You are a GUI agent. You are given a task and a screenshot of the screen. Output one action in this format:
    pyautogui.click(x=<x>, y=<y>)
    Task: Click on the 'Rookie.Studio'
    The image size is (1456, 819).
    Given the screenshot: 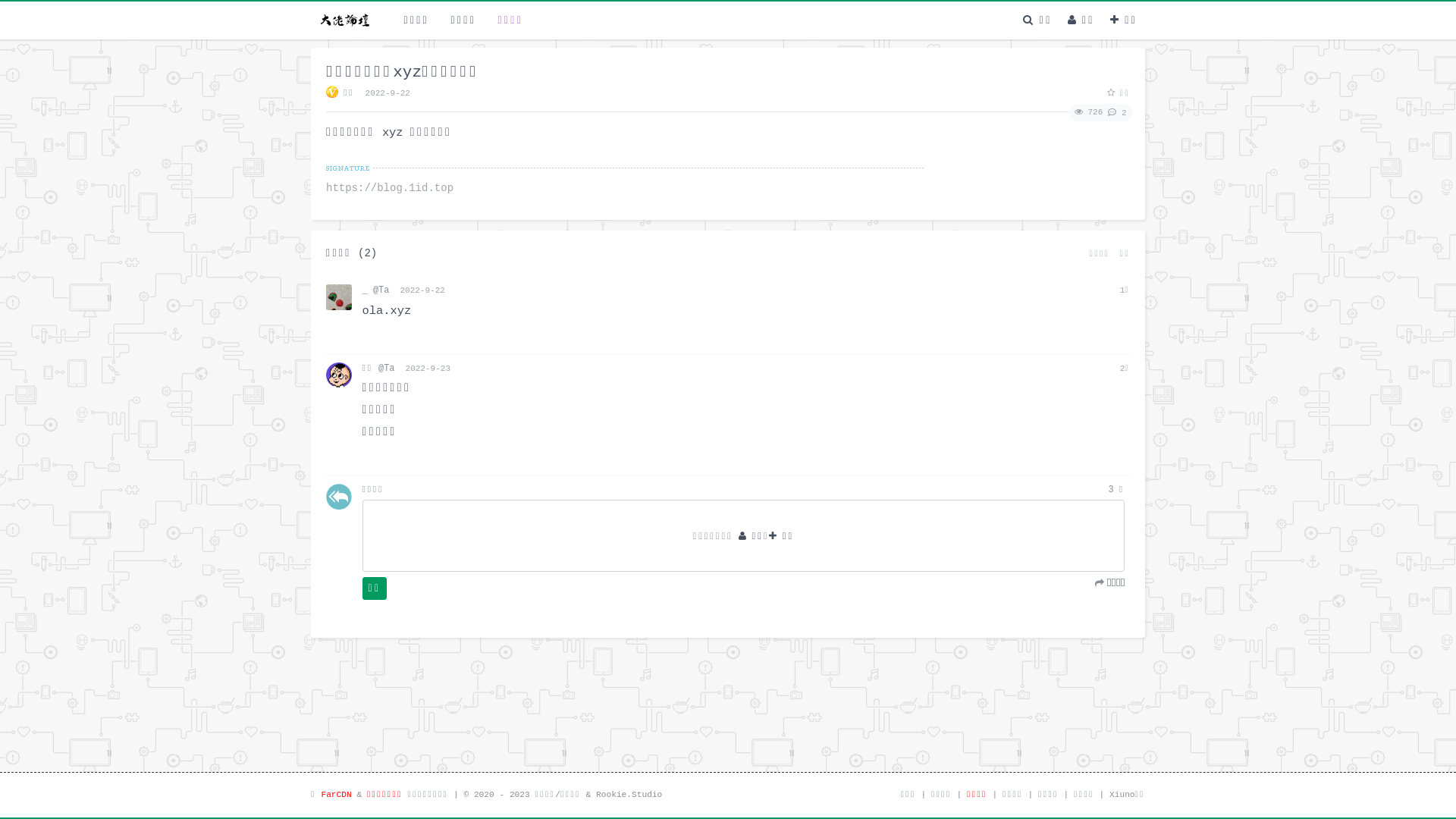 What is the action you would take?
    pyautogui.click(x=595, y=794)
    